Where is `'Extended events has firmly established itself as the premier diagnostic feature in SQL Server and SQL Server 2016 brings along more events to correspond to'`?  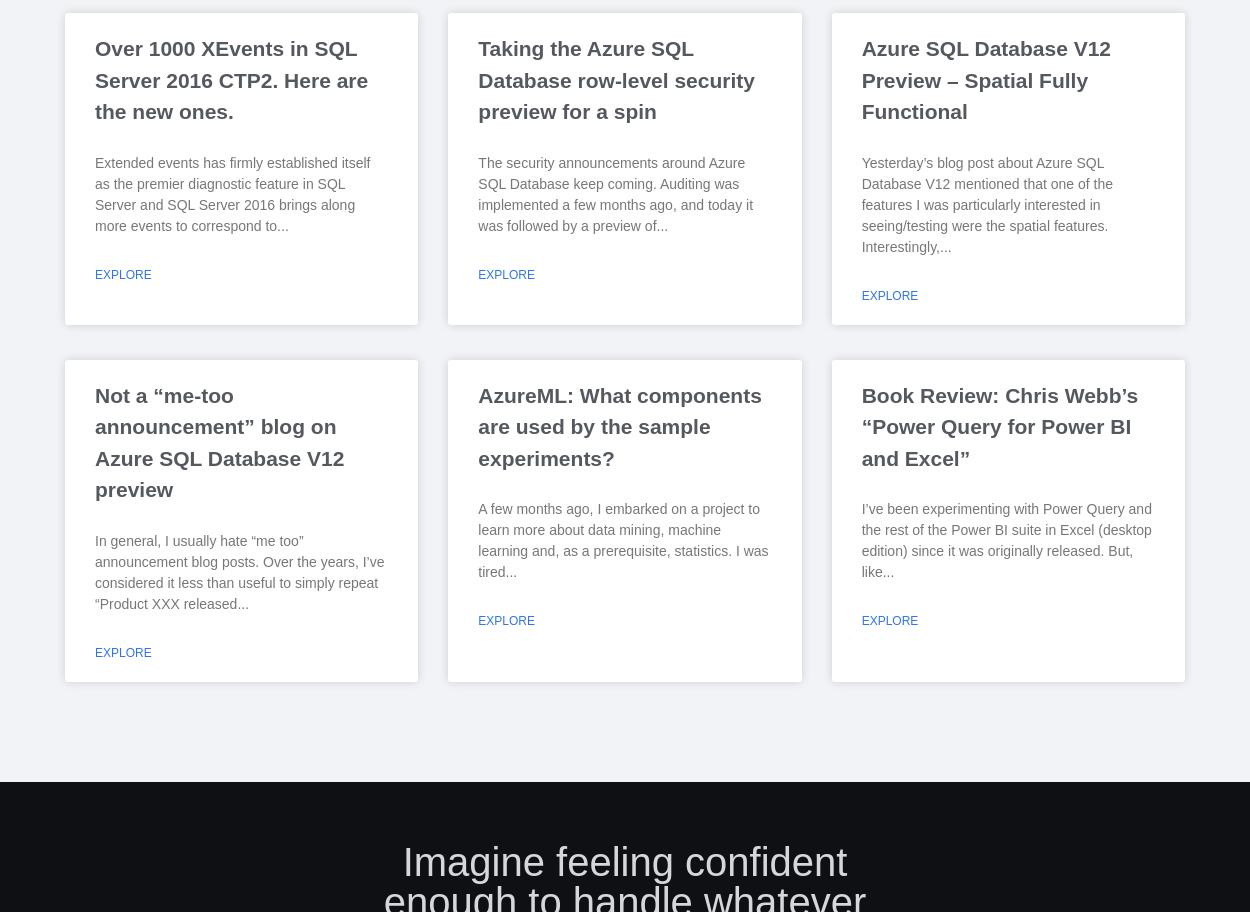 'Extended events has firmly established itself as the premier diagnostic feature in SQL Server and SQL Server 2016 brings along more events to correspond to' is located at coordinates (94, 192).